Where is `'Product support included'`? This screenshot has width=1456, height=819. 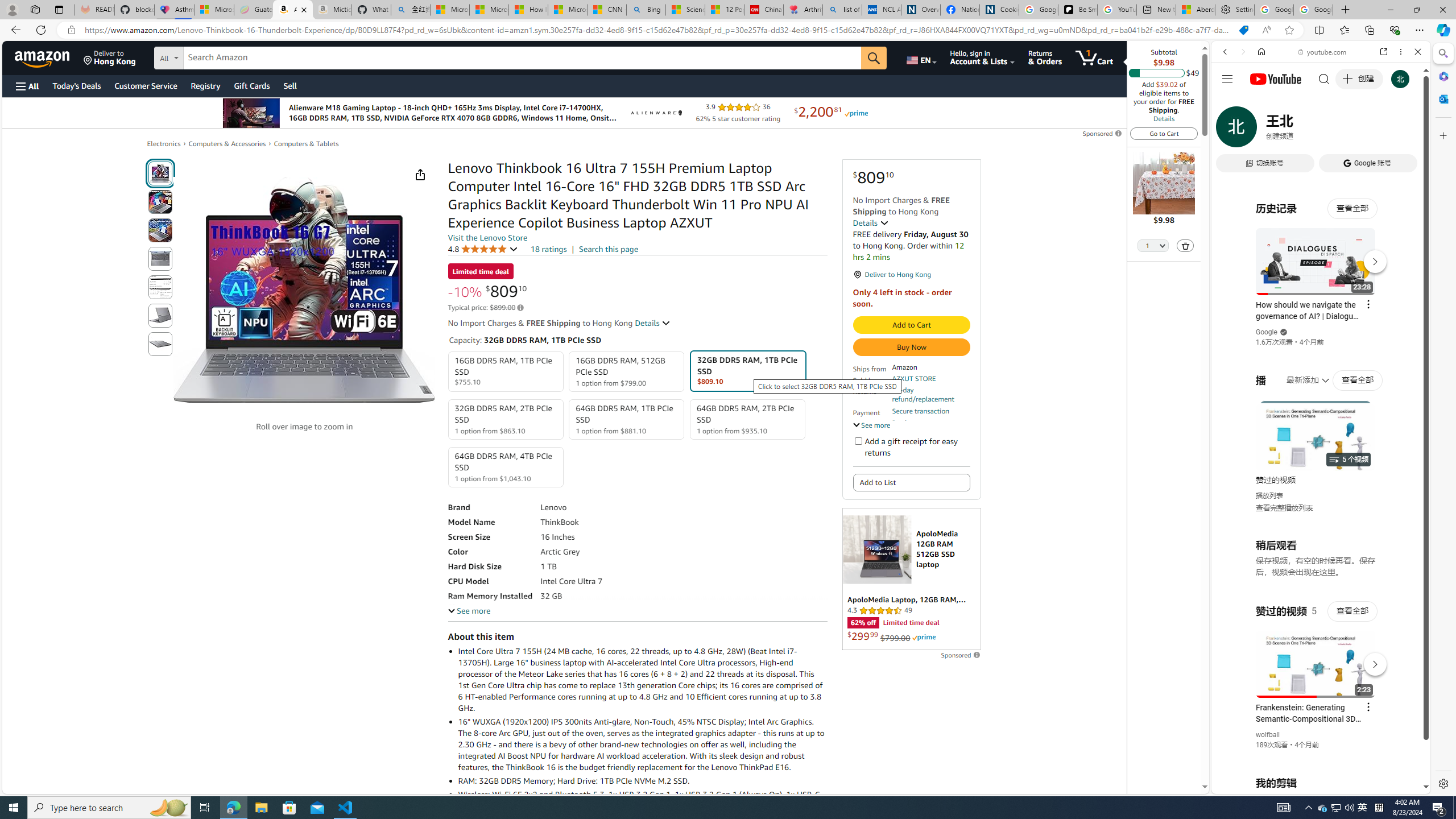 'Product support included' is located at coordinates (929, 427).